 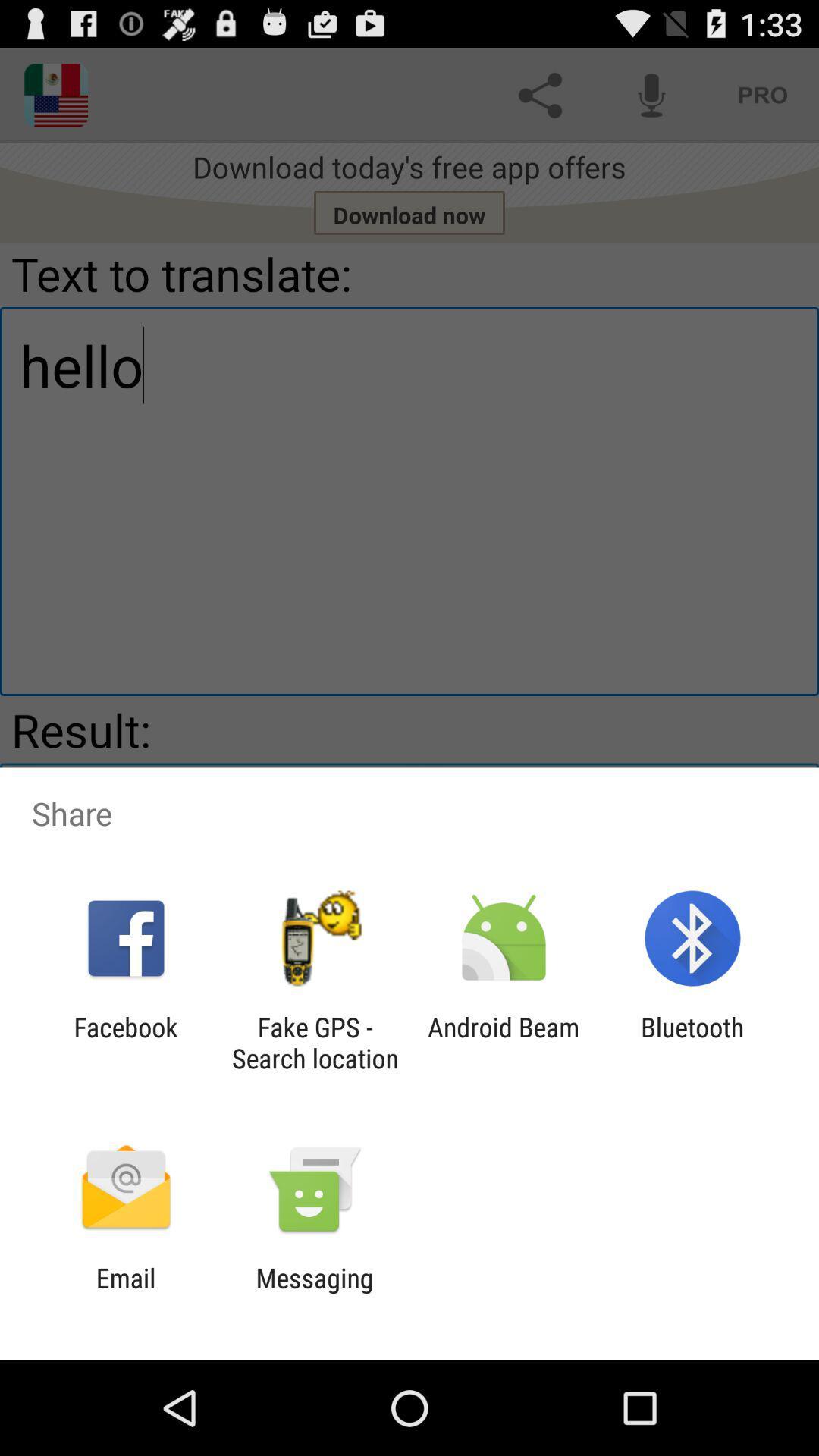 I want to click on the email item, so click(x=125, y=1293).